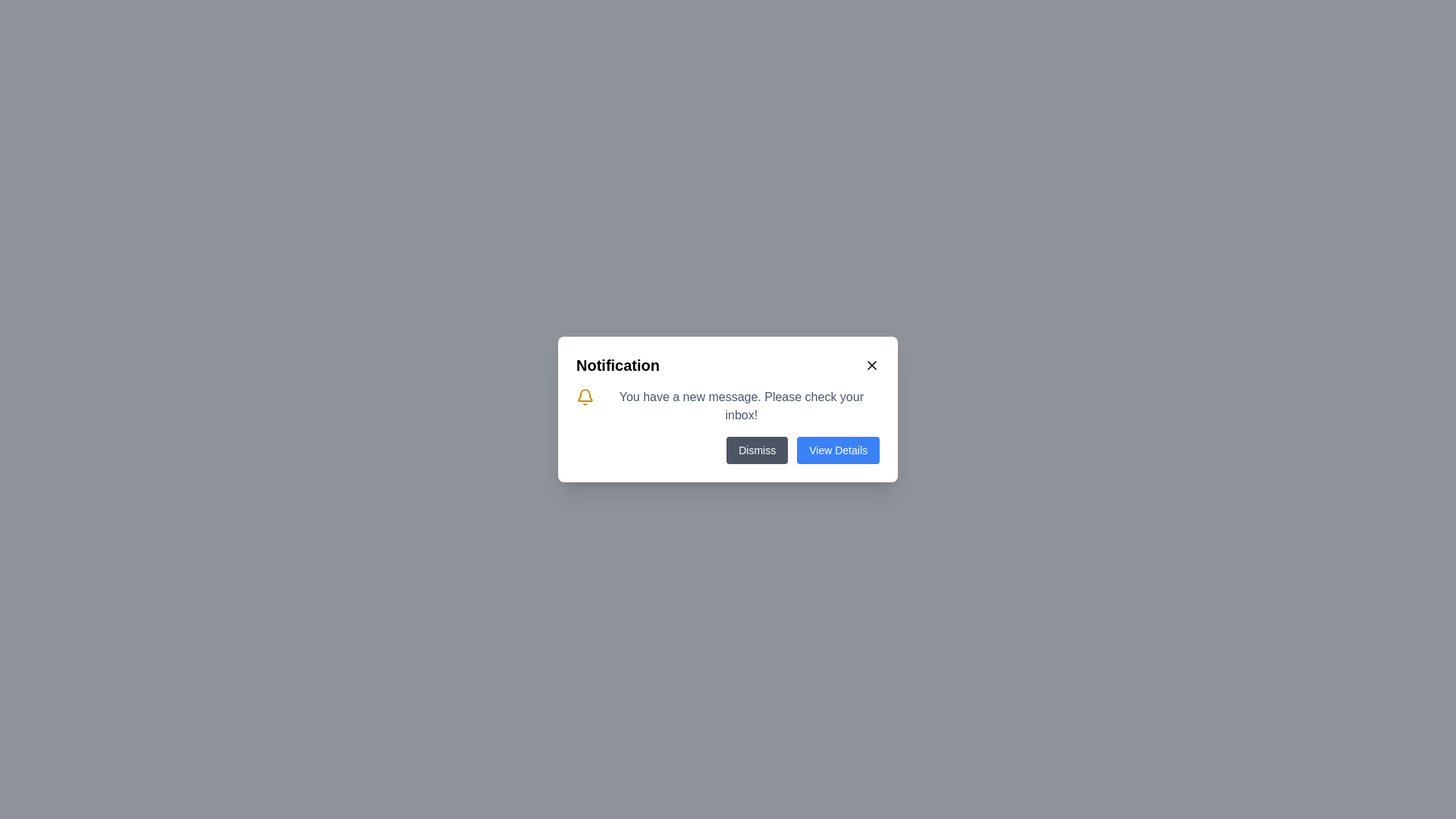 The height and width of the screenshot is (819, 1456). Describe the element at coordinates (741, 406) in the screenshot. I see `the static text message that reads 'You have a new message. Please check your inbox!' displayed in a notification dialog box` at that location.